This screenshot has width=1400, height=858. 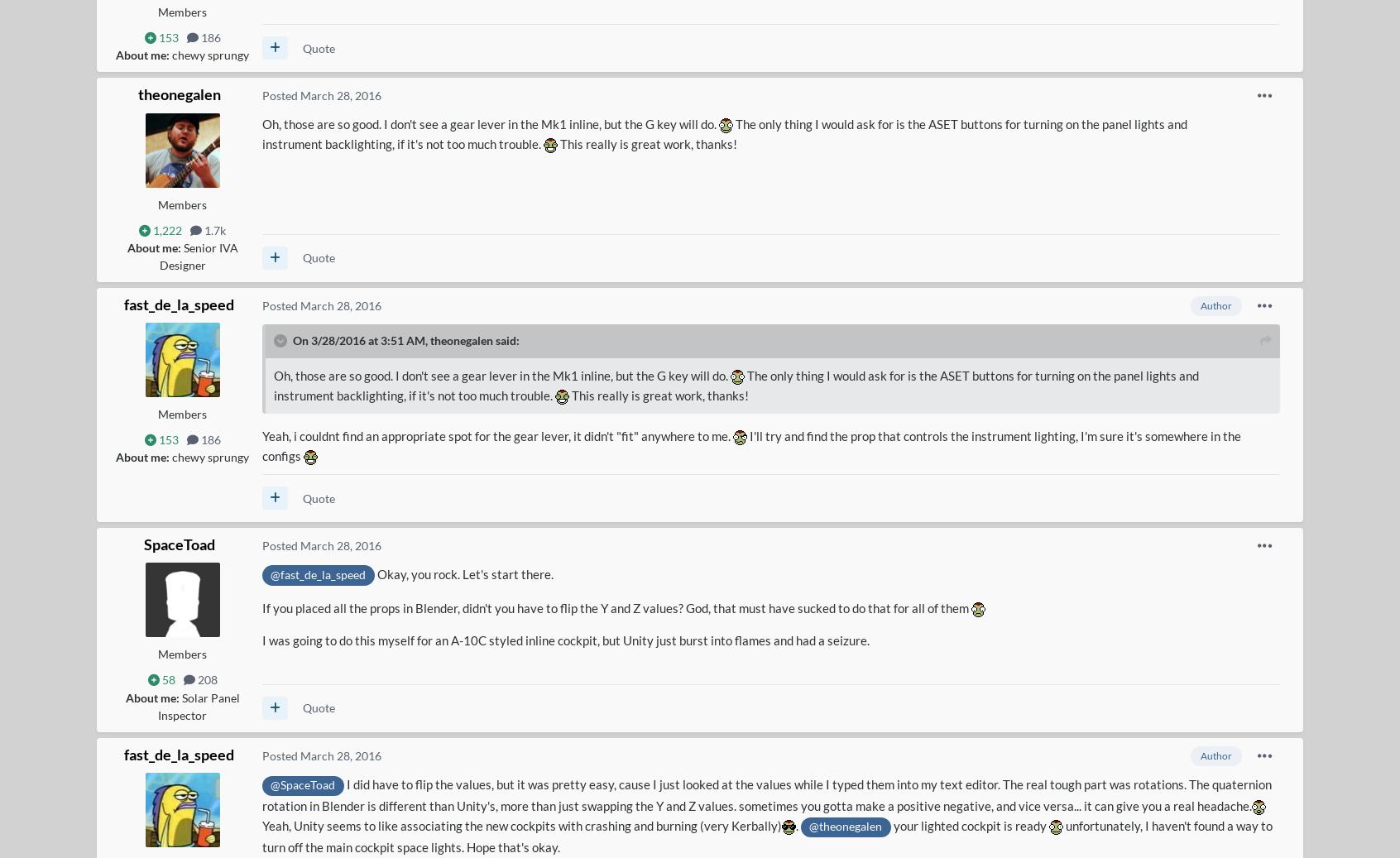 I want to click on 'your lighted cockpit is ready', so click(x=890, y=826).